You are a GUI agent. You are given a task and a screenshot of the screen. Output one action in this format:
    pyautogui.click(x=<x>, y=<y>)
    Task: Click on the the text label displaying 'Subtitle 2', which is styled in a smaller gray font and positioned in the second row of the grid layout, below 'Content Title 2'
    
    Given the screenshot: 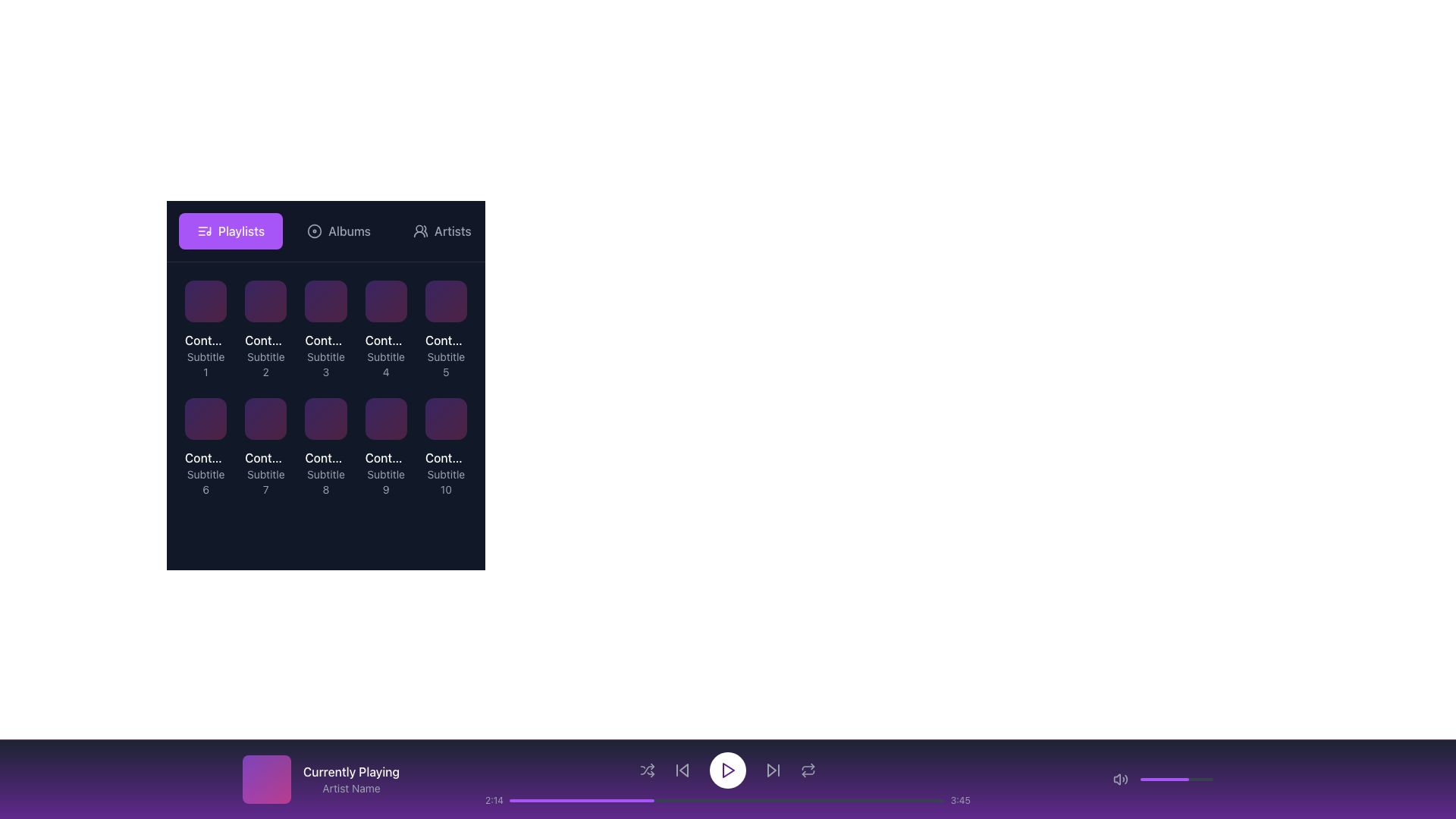 What is the action you would take?
    pyautogui.click(x=265, y=365)
    